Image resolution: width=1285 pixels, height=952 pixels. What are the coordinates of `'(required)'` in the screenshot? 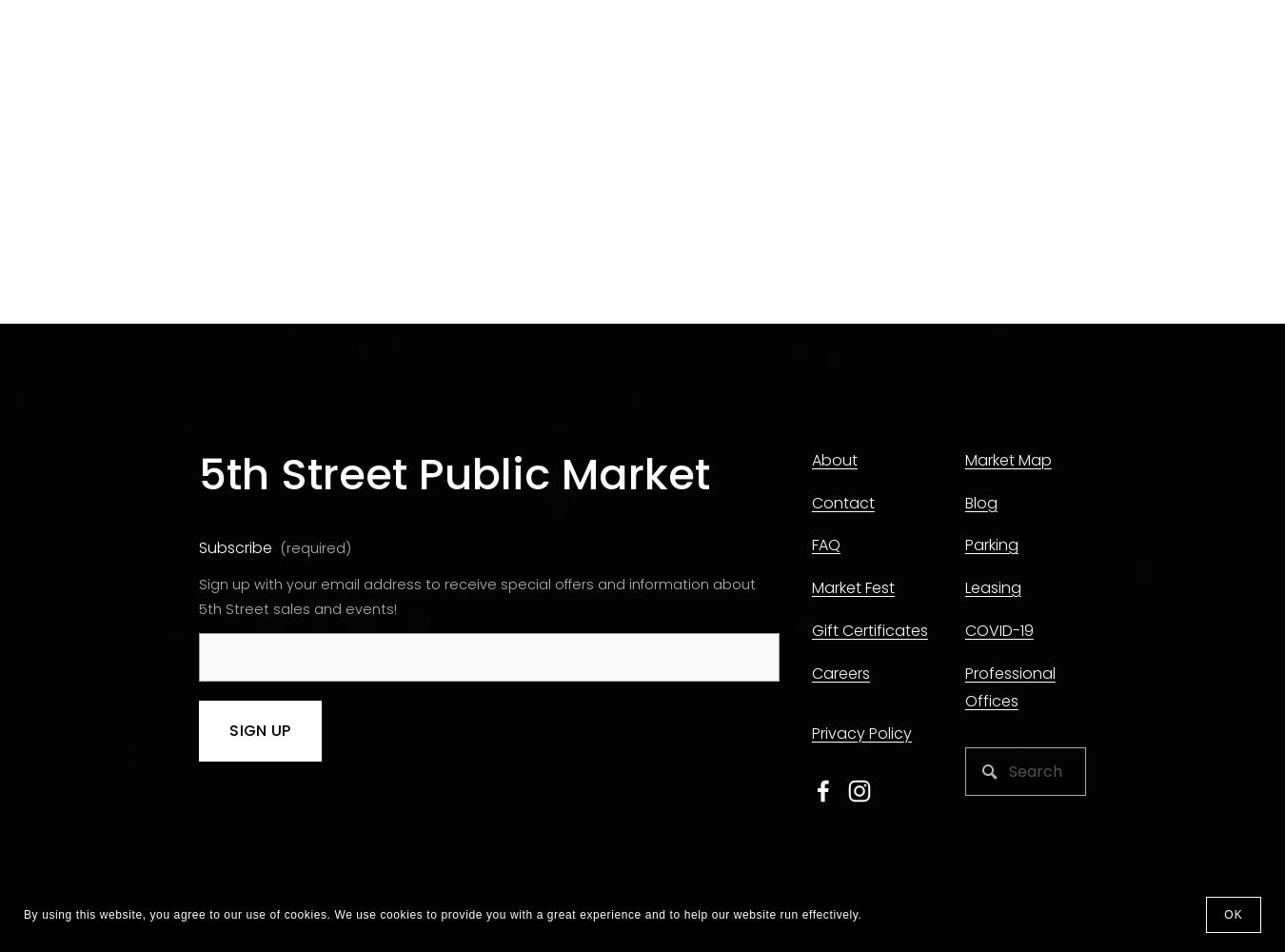 It's located at (279, 547).